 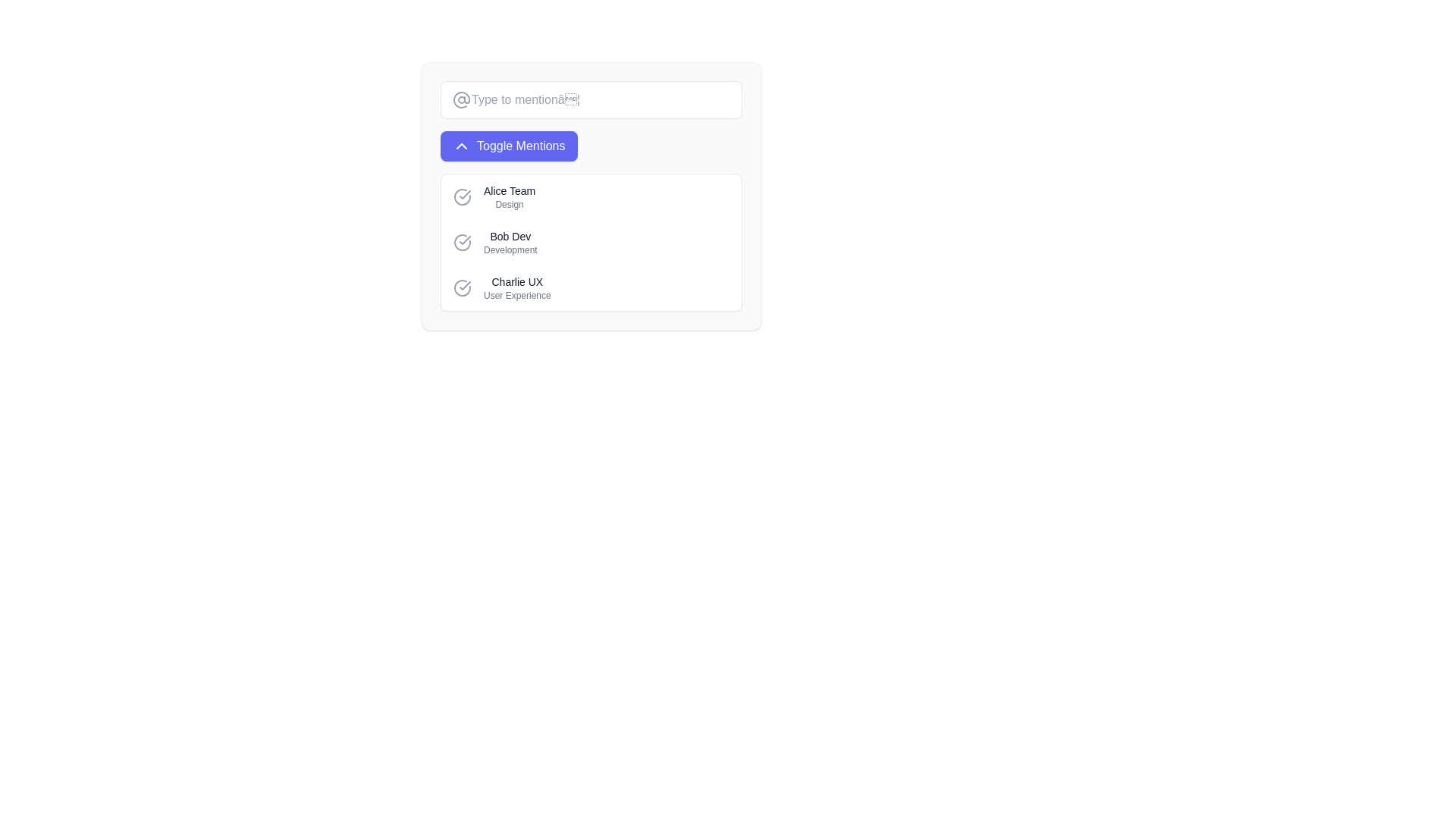 What do you see at coordinates (510, 205) in the screenshot?
I see `the text label displaying 'Design', which is a small light gray font located below 'Alice Team'` at bounding box center [510, 205].